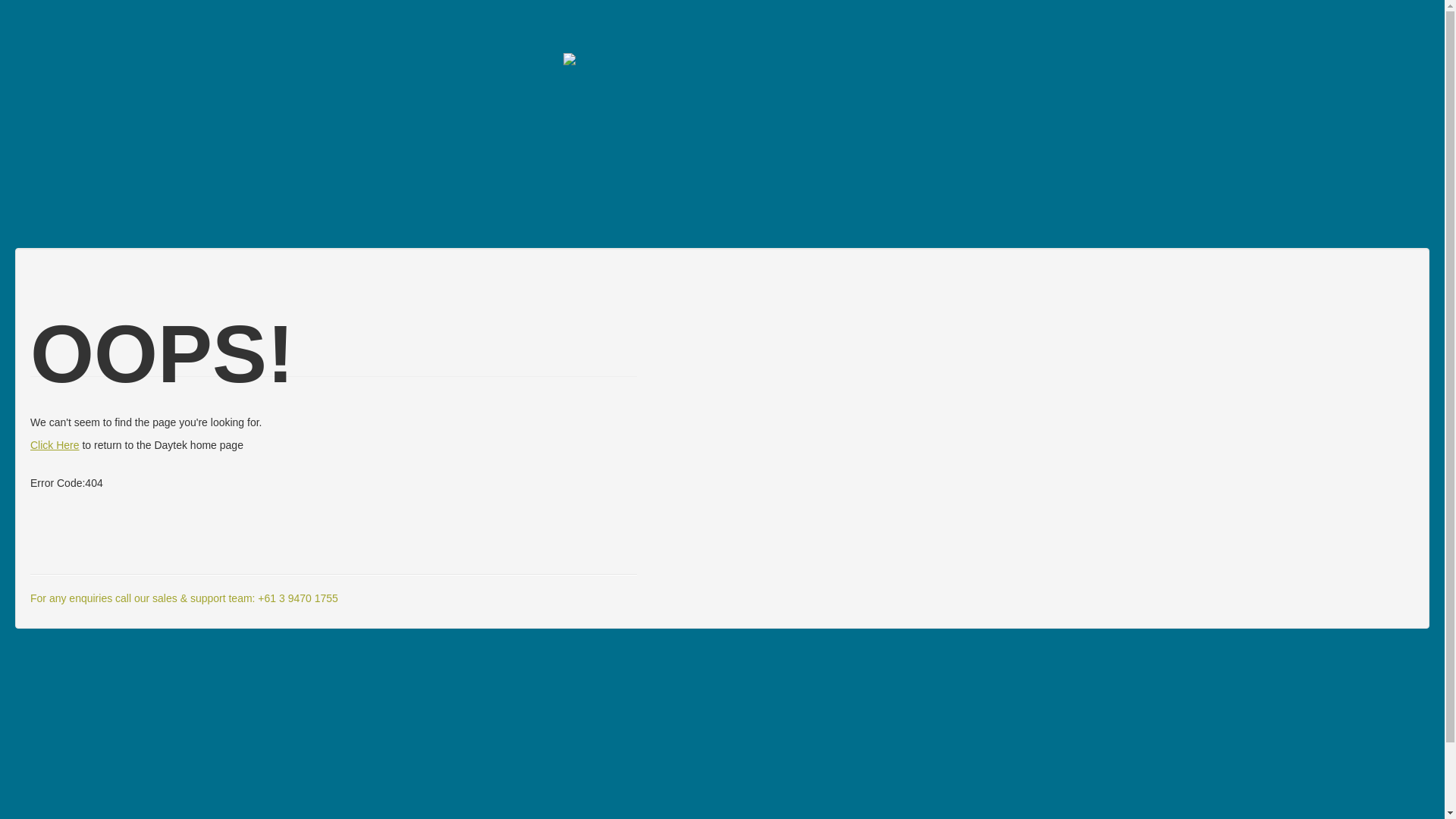 This screenshot has width=1456, height=819. I want to click on 'Click Here', so click(55, 444).